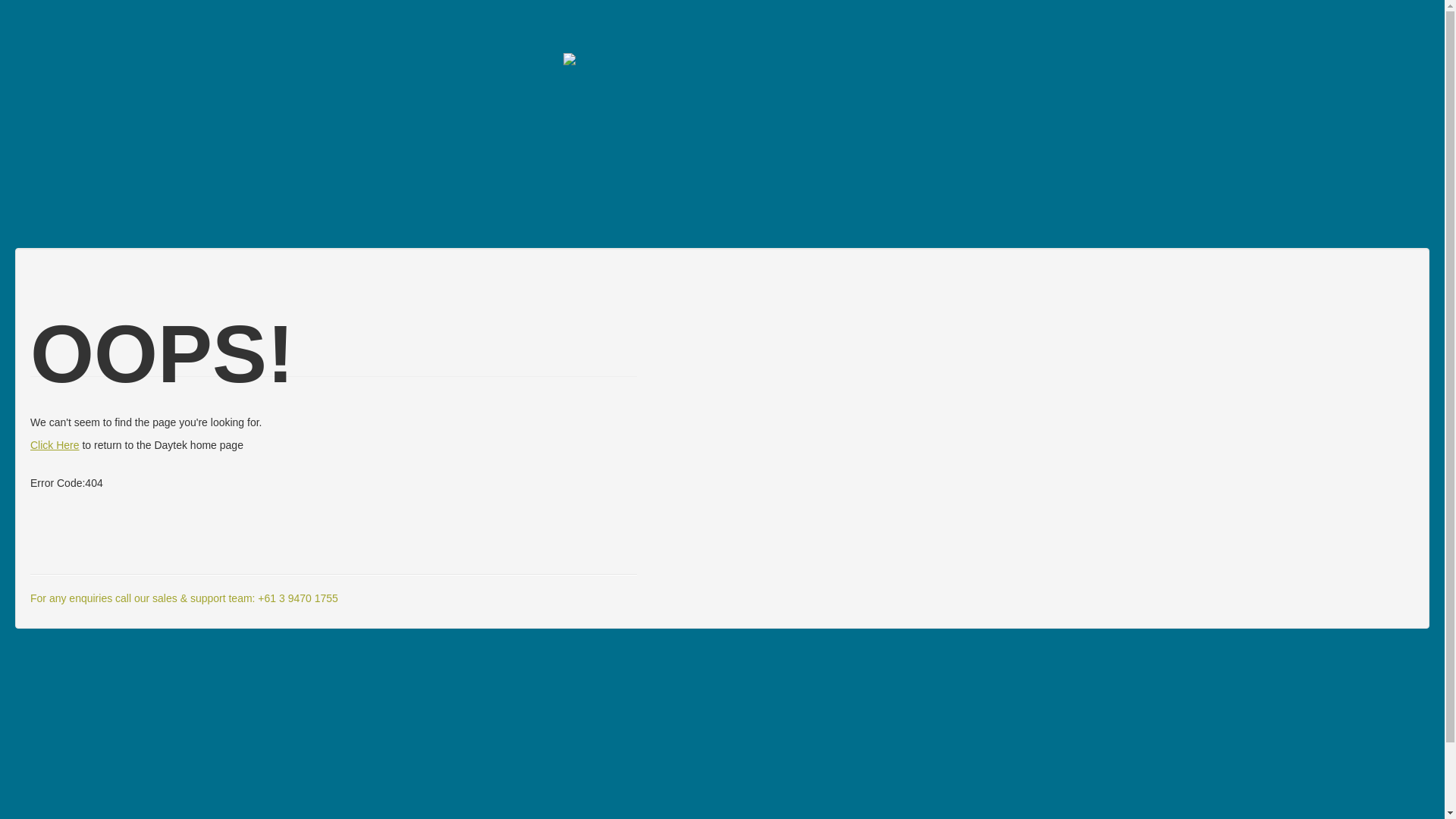 This screenshot has width=1456, height=819. I want to click on 'Click Here', so click(55, 444).